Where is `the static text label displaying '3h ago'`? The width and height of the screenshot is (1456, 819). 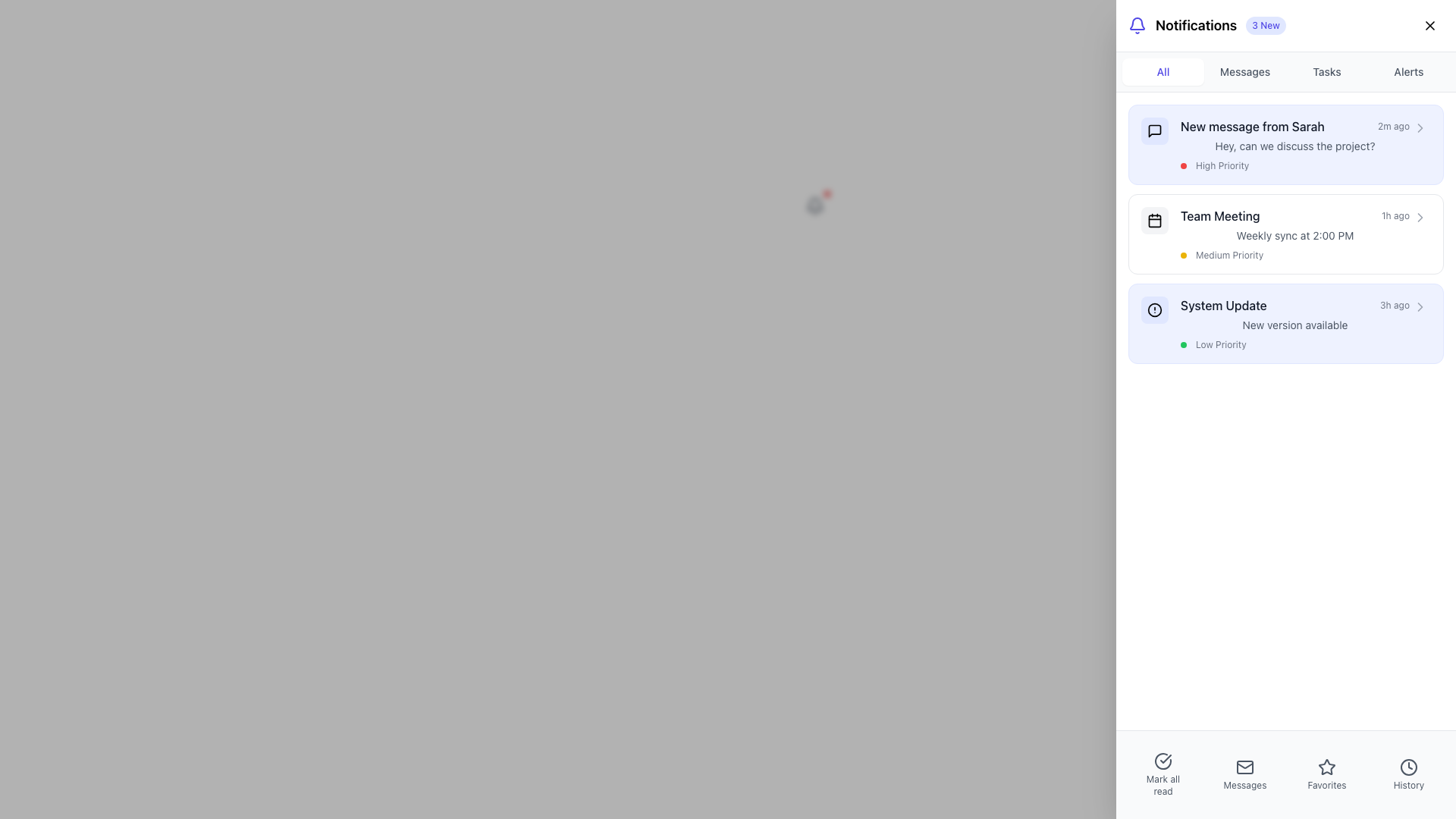 the static text label displaying '3h ago' is located at coordinates (1395, 305).